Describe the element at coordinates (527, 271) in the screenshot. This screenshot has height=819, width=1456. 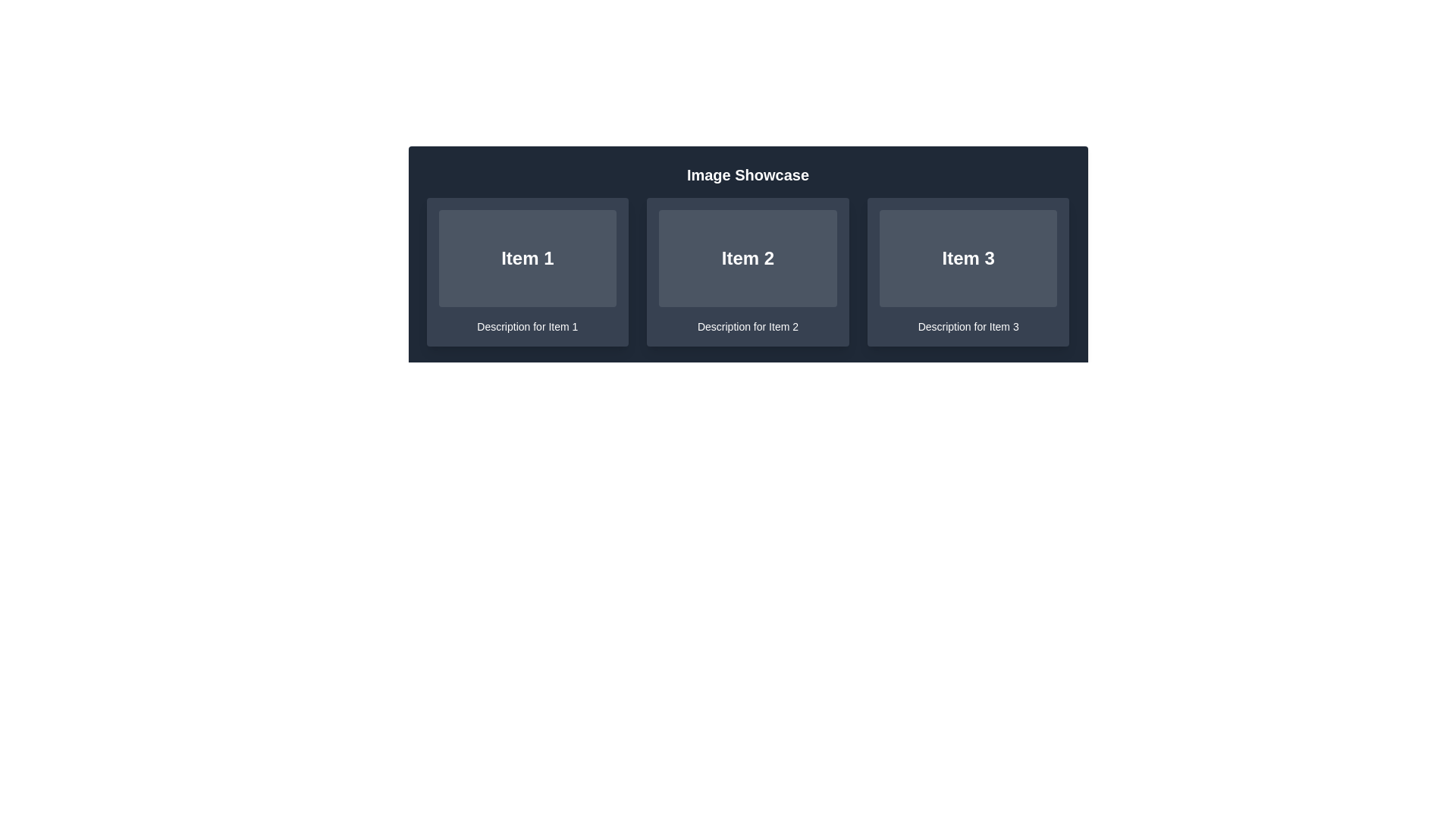
I see `the first Information Card in the 'Image Showcase' section, which displays a title and description` at that location.